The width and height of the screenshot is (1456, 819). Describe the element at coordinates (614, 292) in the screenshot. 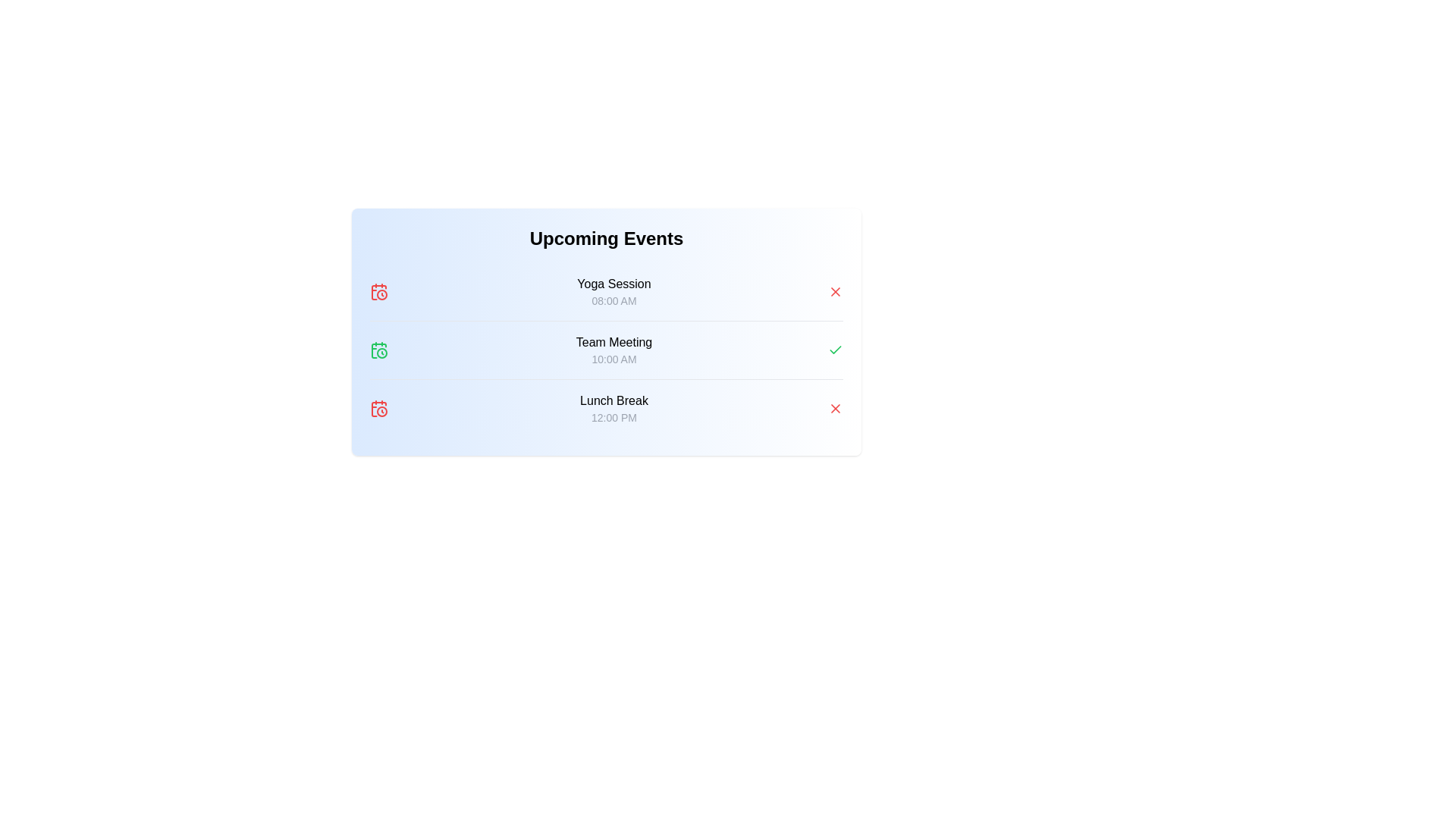

I see `the first List item in the 'Upcoming Events' section` at that location.